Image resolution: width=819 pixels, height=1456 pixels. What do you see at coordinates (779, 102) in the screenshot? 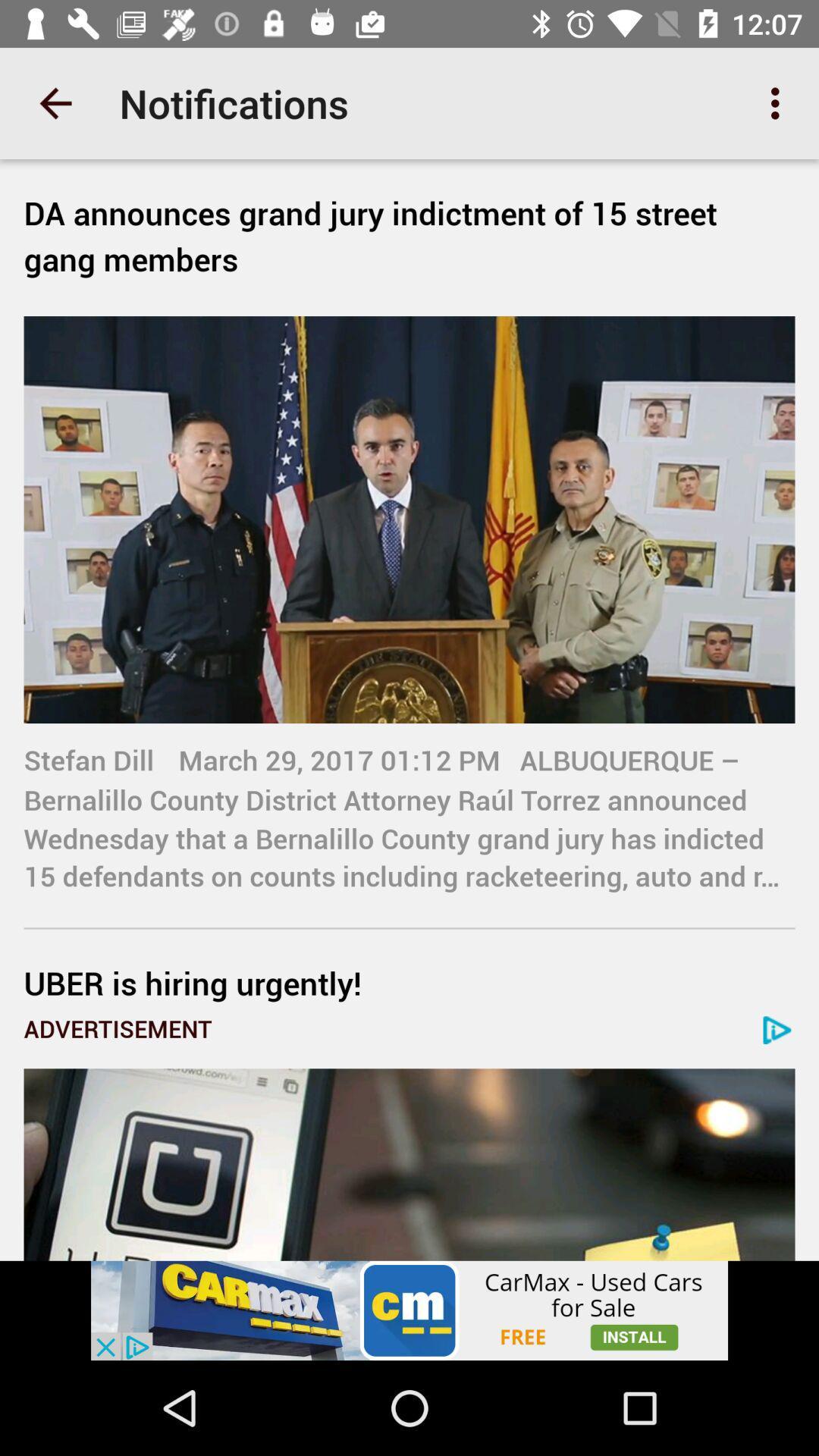
I see `the icon next to notifications` at bounding box center [779, 102].